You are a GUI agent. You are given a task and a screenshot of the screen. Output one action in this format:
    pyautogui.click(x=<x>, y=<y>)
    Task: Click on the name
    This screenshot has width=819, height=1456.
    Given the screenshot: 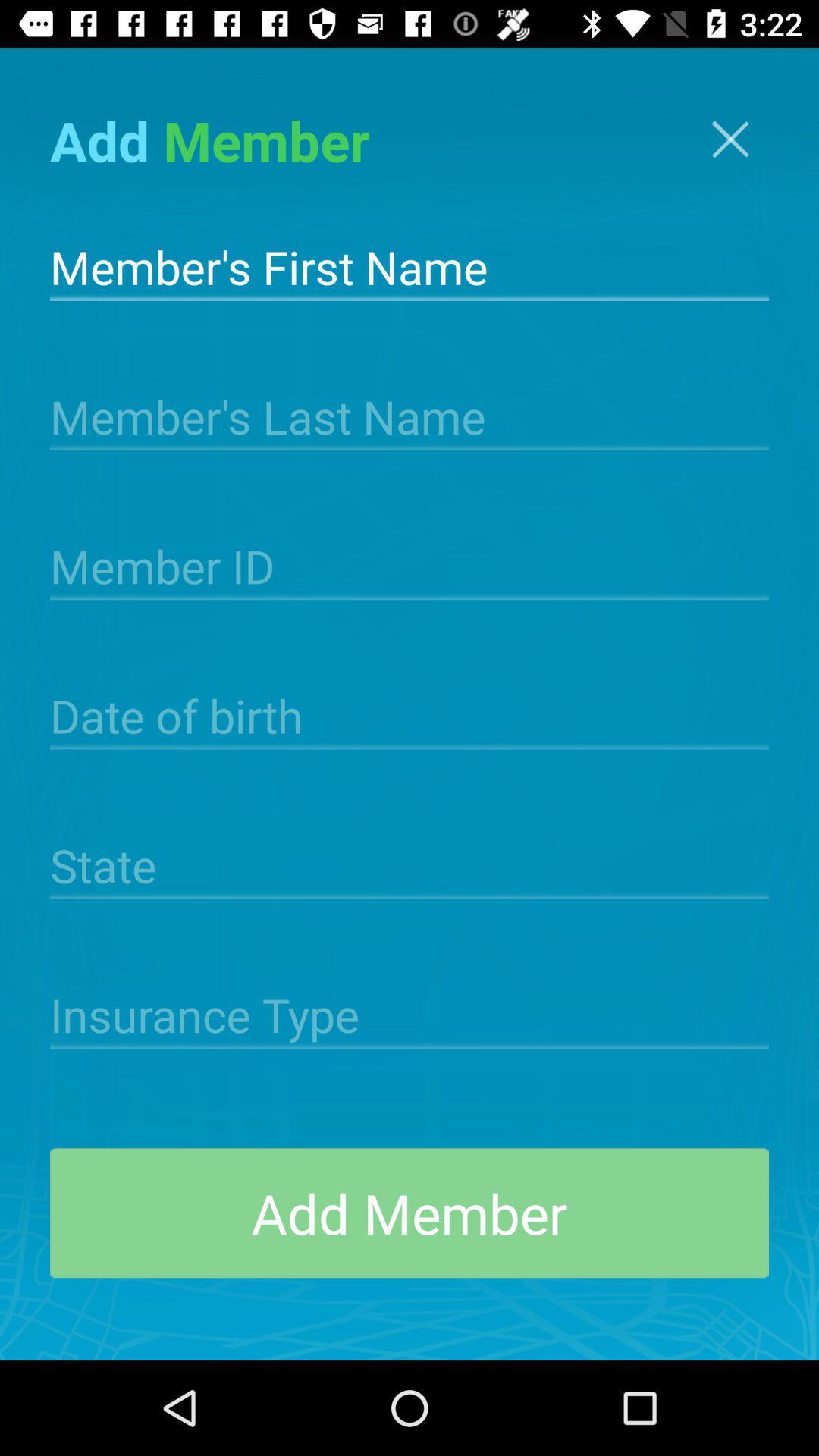 What is the action you would take?
    pyautogui.click(x=409, y=265)
    